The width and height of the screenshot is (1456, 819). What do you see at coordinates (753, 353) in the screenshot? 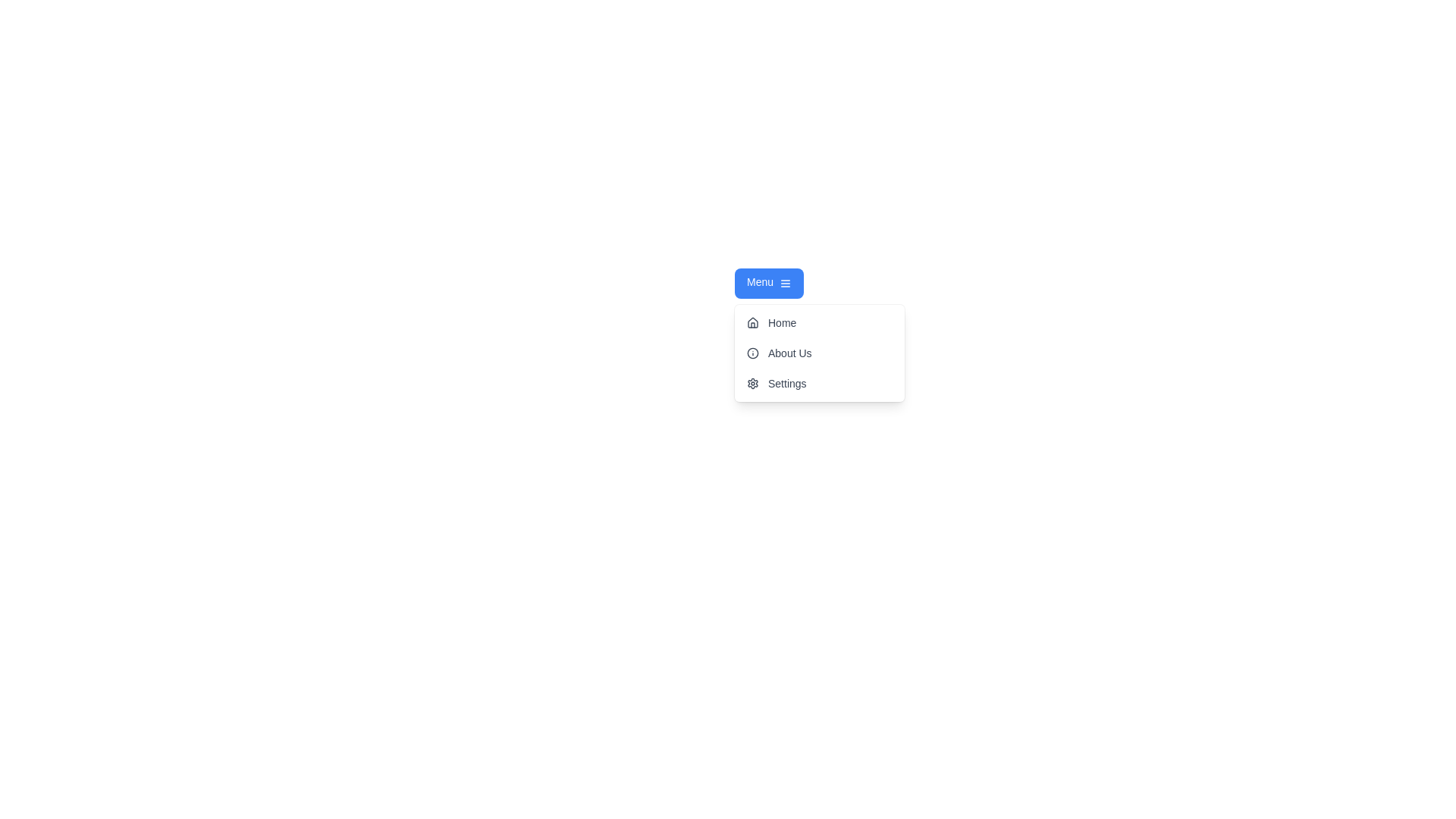
I see `the informational icon associated with the 'About Us' menu item, which is the leftmost icon in the dropdown menu triggered by the 'Menu' button` at bounding box center [753, 353].